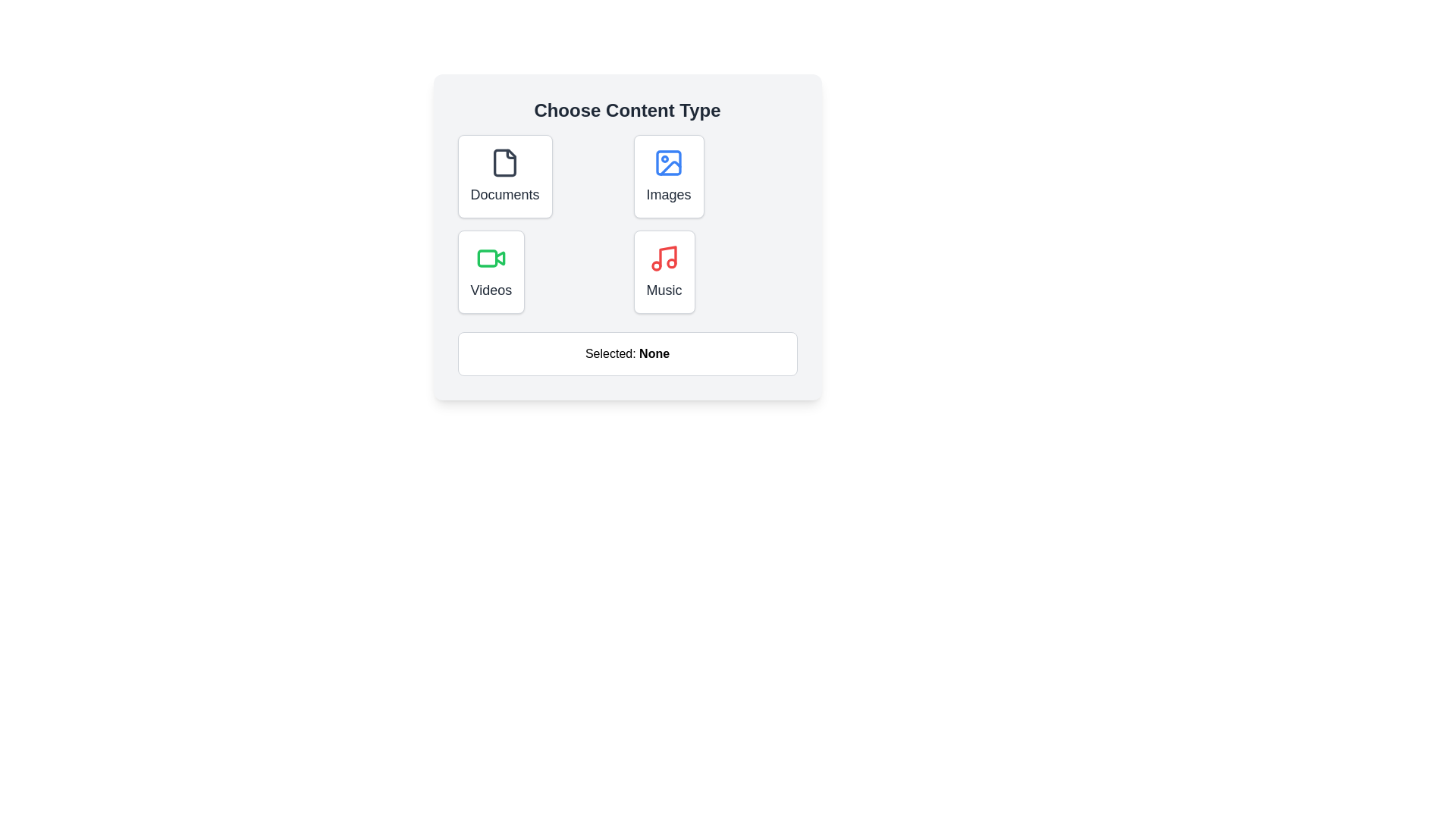  Describe the element at coordinates (664, 271) in the screenshot. I see `the button labeled 'Music' to observe its hover effect` at that location.